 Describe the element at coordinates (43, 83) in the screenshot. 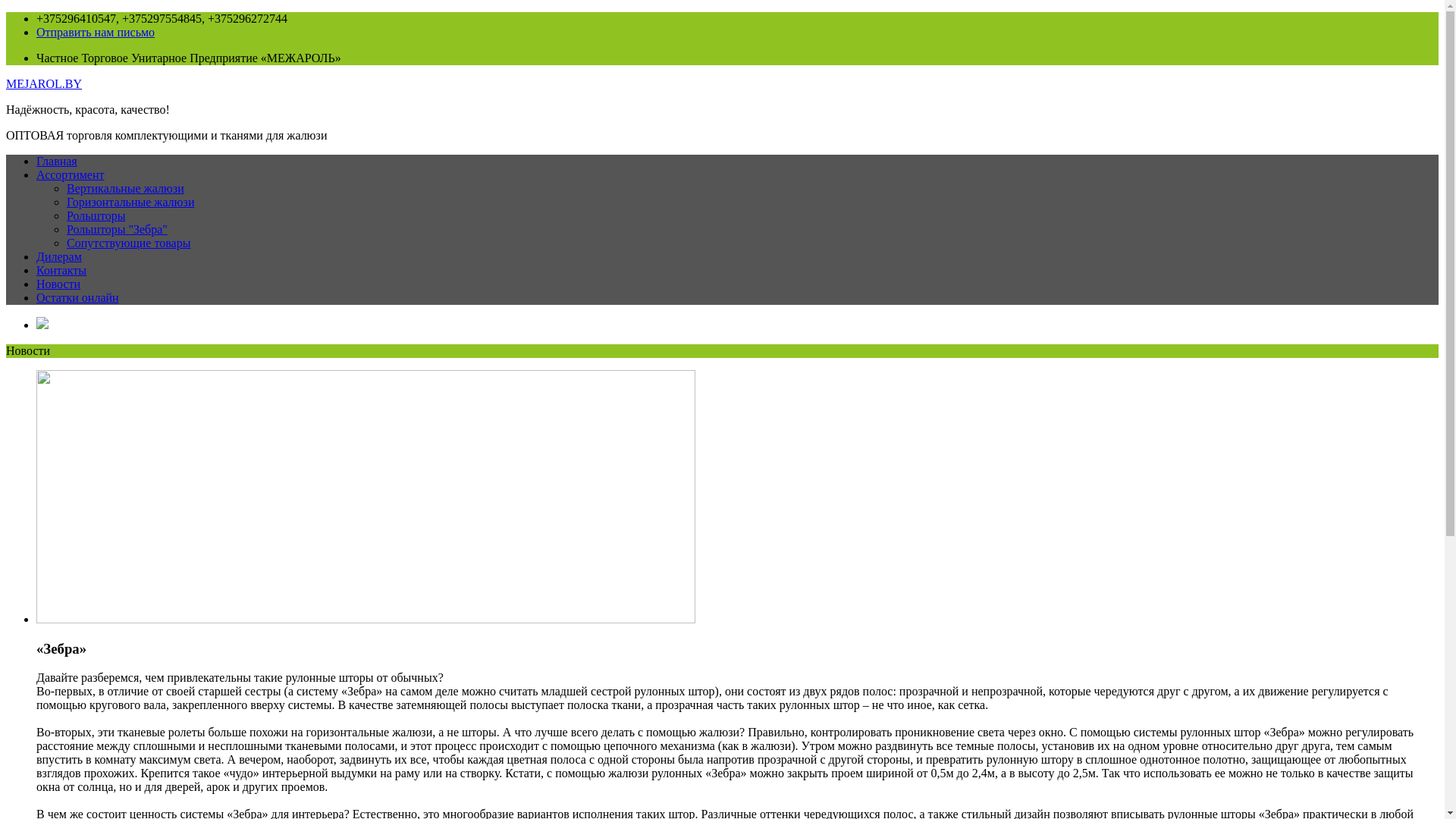

I see `'MEJAROL.BY'` at that location.